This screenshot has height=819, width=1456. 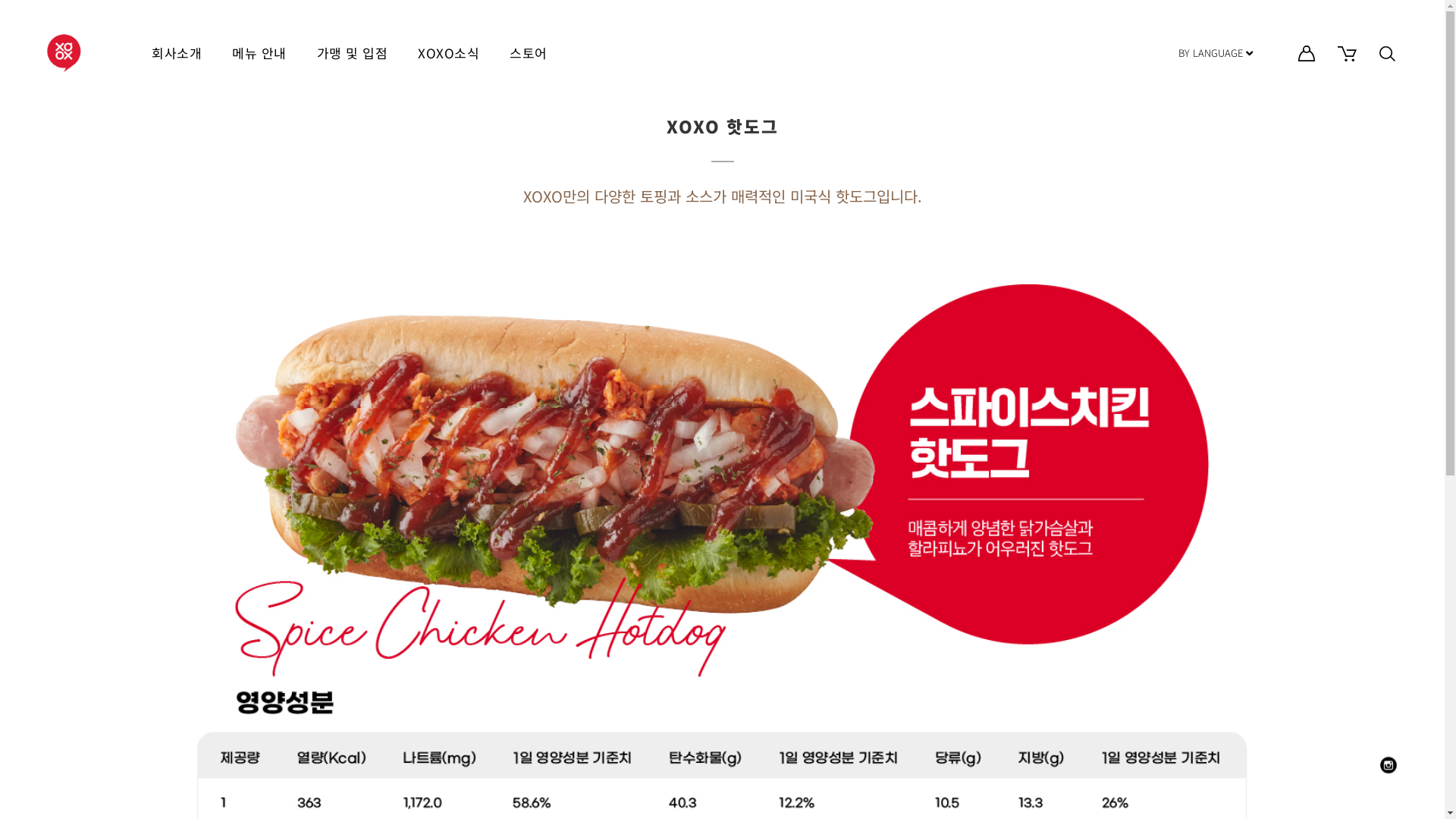 What do you see at coordinates (1216, 52) in the screenshot?
I see `'BY LANGUAGE'` at bounding box center [1216, 52].